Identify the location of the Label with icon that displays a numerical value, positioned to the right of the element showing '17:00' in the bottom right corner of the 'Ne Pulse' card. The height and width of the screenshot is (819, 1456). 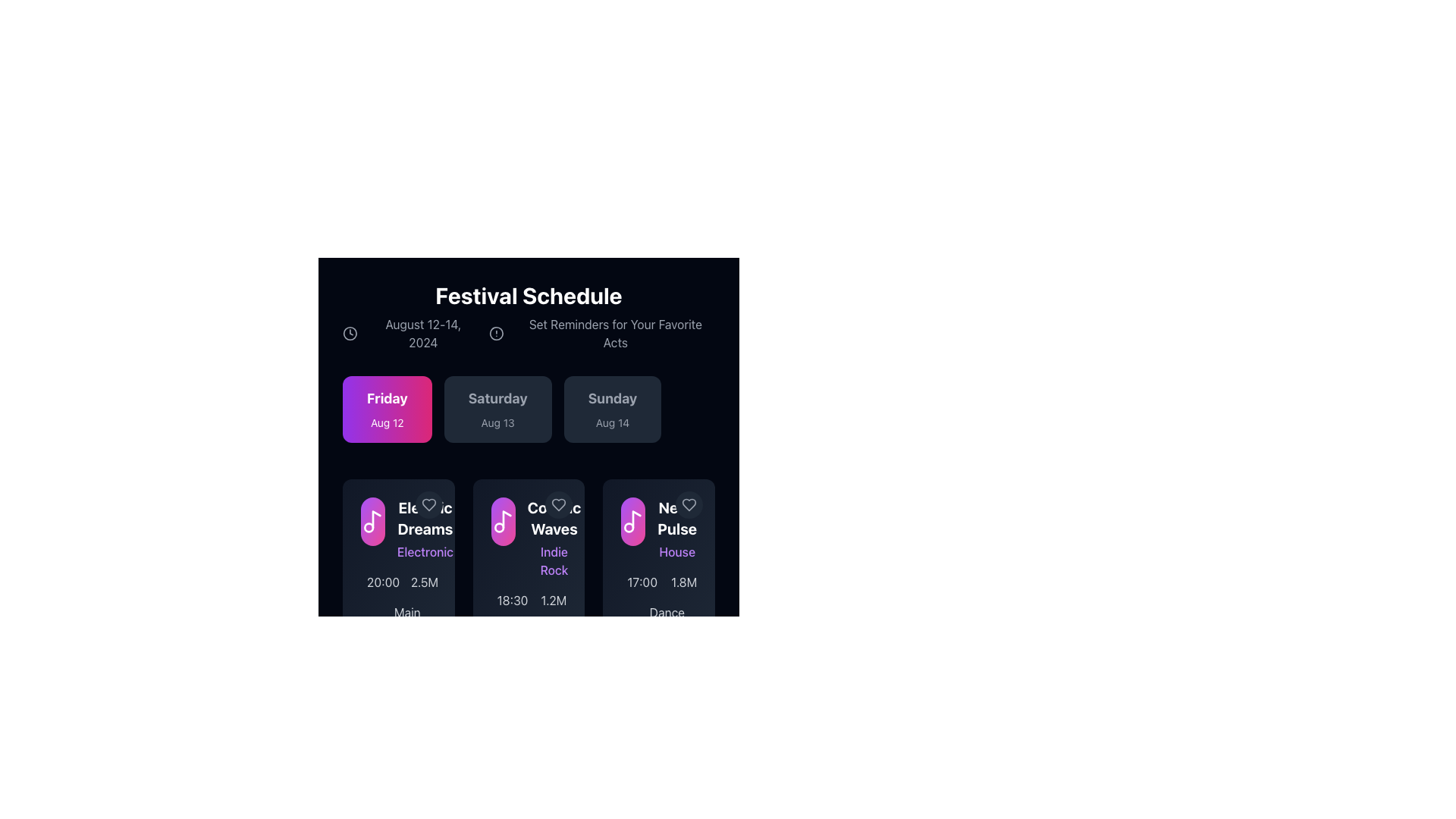
(679, 581).